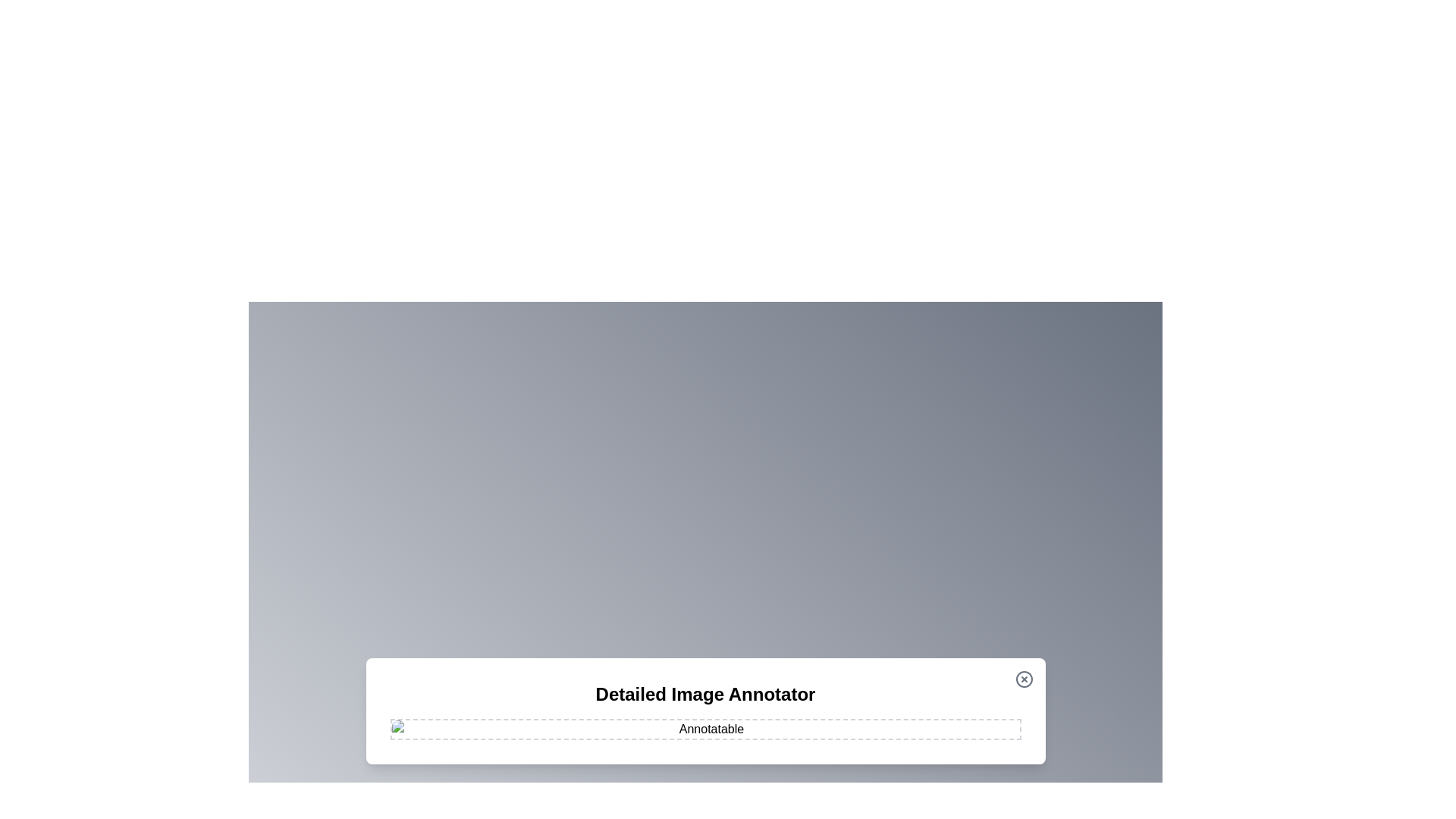 The image size is (1456, 819). I want to click on the image at coordinates (1249, 968) to add an annotation, so click(946, 733).